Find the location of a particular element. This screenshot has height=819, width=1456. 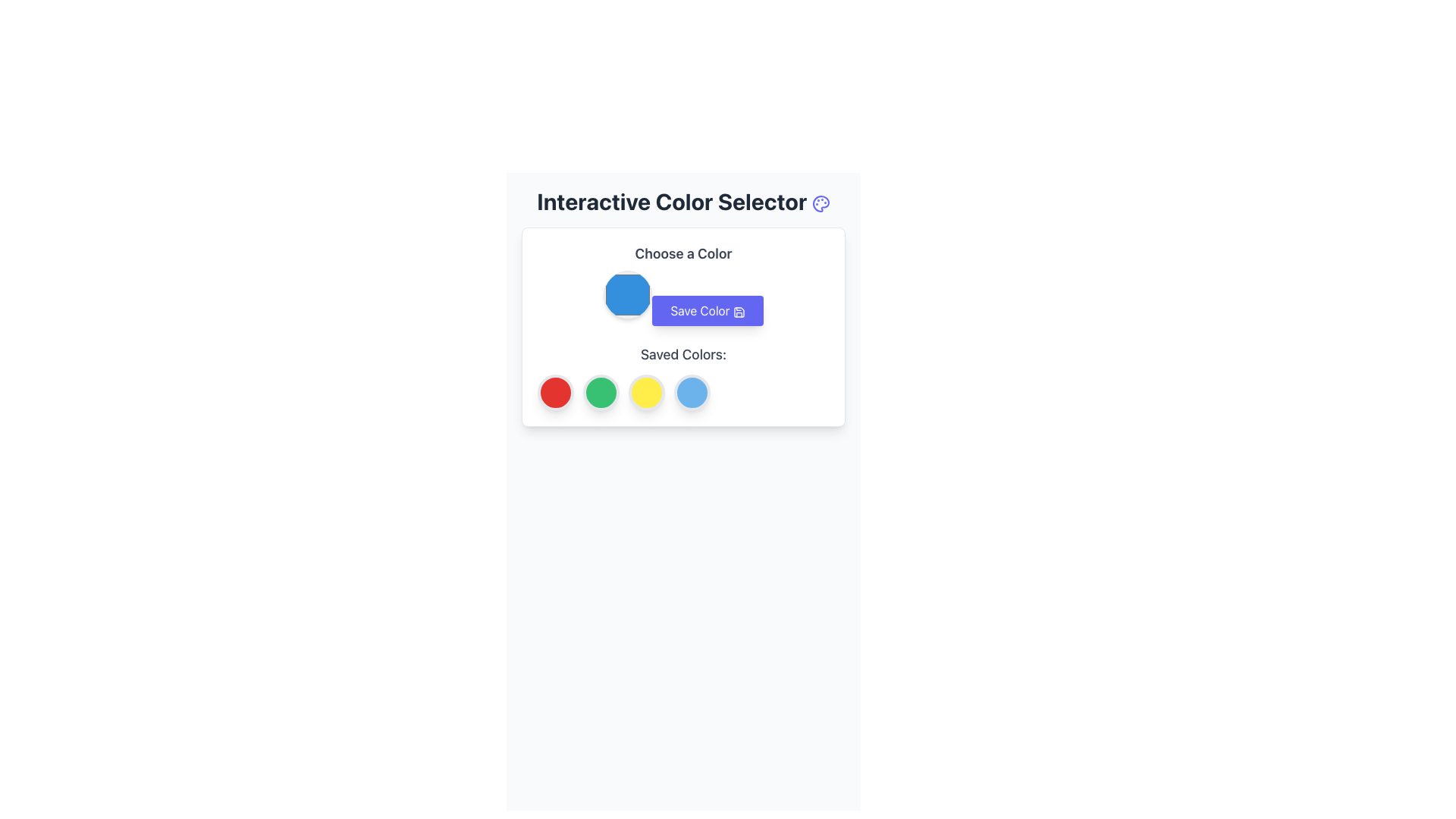

the 'Save Color' button, which is a rectangular button with a purple background and white text, located below the color input element is located at coordinates (707, 309).